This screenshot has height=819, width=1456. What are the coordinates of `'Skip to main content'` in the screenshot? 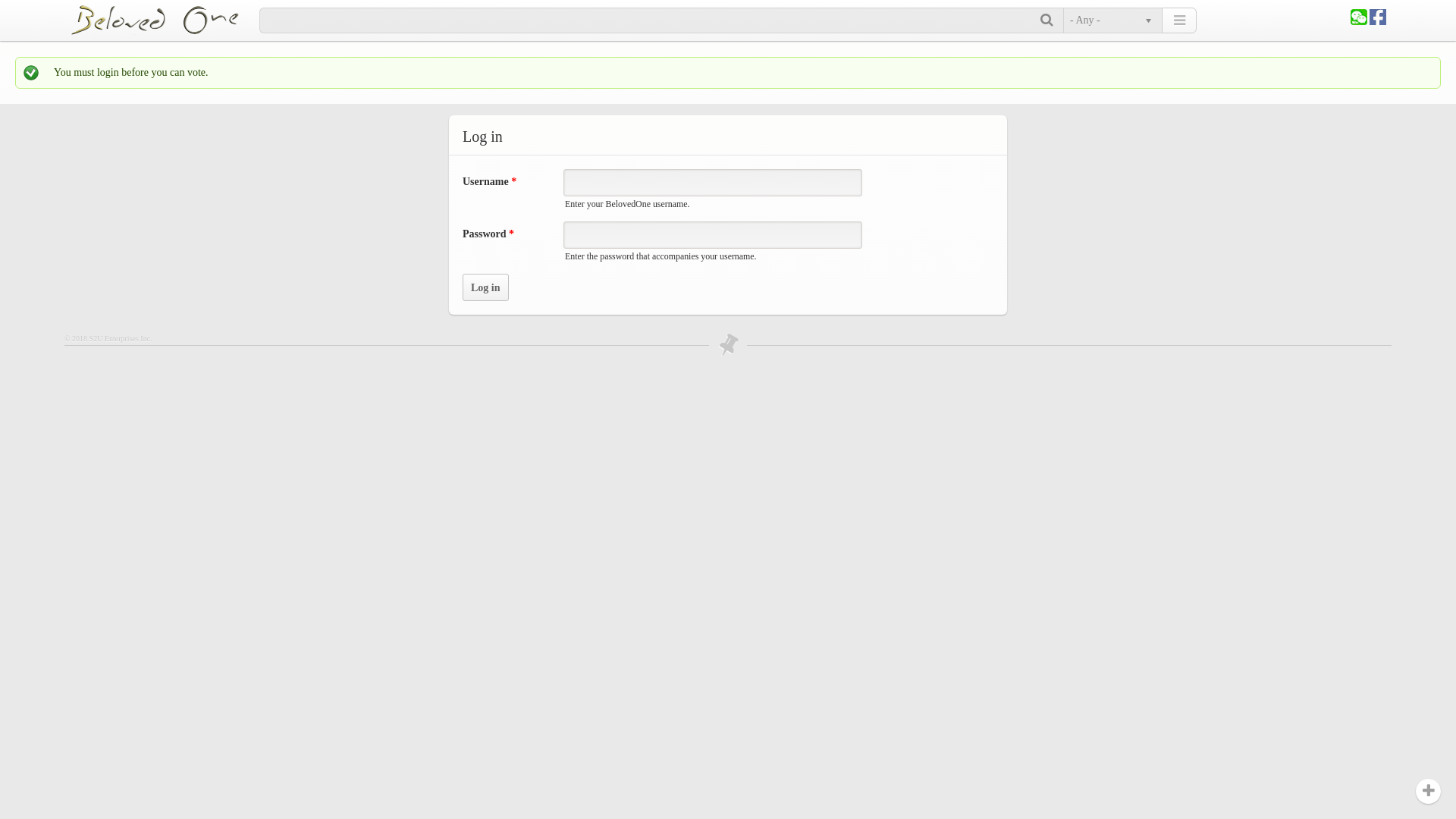 It's located at (43, 0).